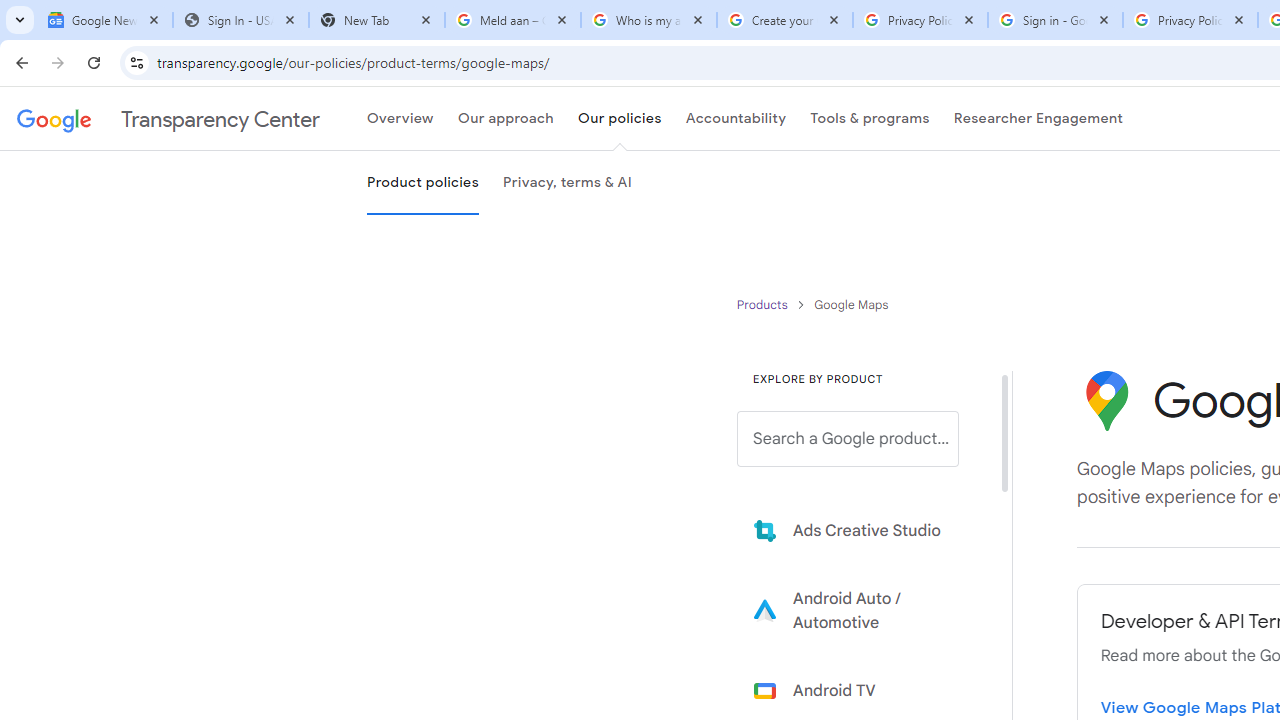 The height and width of the screenshot is (720, 1280). What do you see at coordinates (862, 609) in the screenshot?
I see `'Learn more about Android Auto'` at bounding box center [862, 609].